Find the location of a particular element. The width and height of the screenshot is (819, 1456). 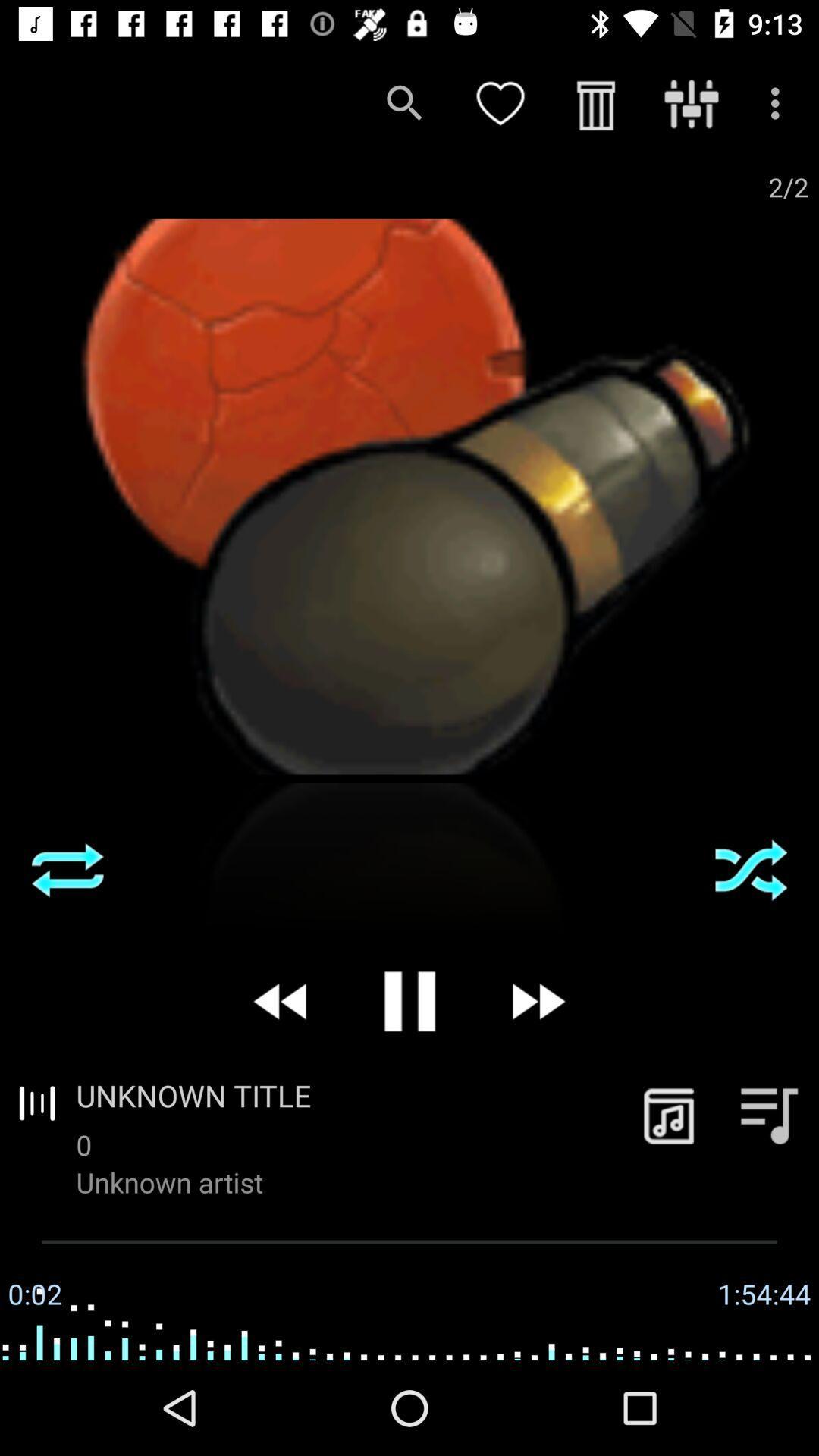

song information is located at coordinates (668, 1115).